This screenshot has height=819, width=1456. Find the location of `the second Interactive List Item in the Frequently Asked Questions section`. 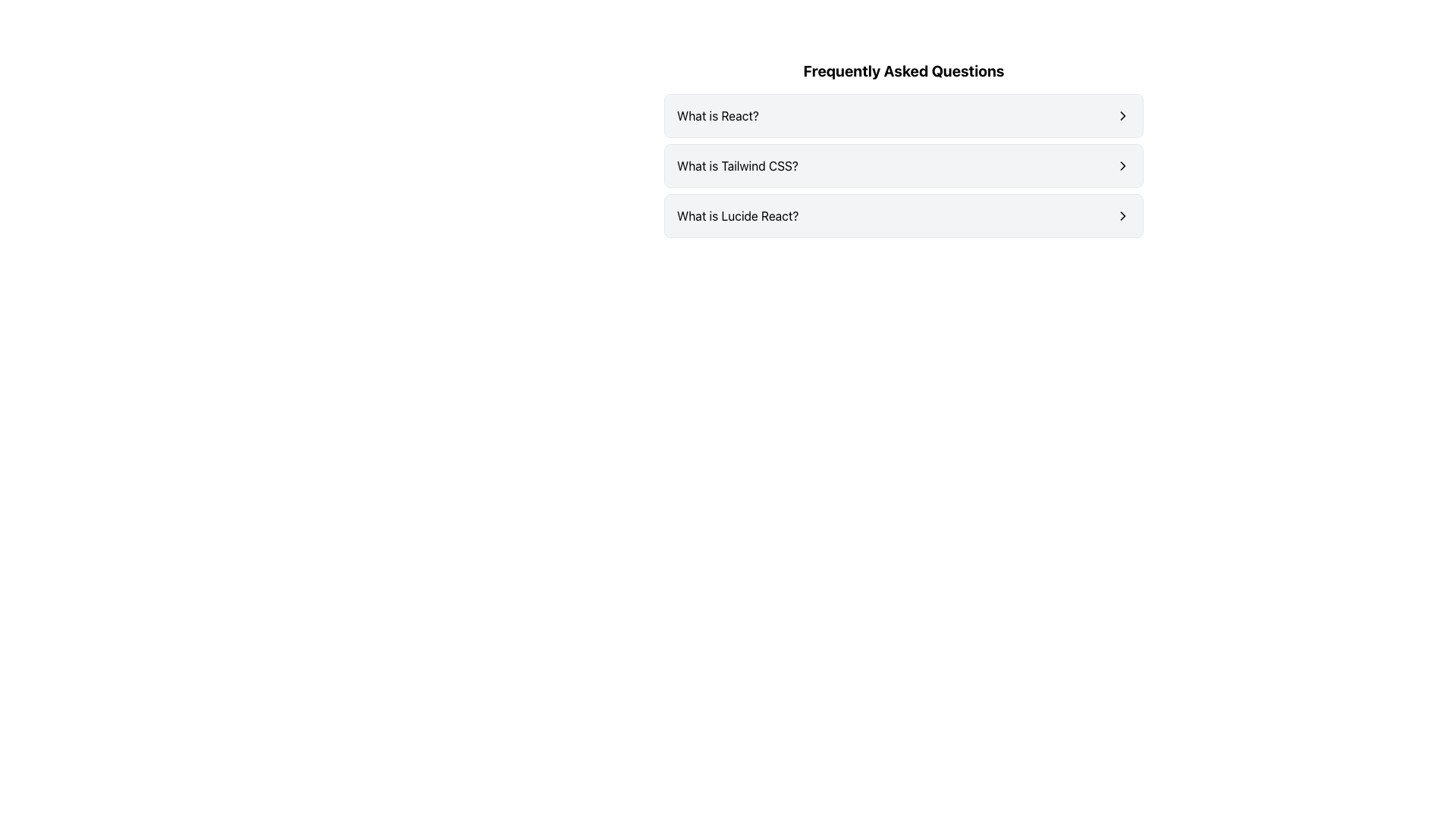

the second Interactive List Item in the Frequently Asked Questions section is located at coordinates (903, 149).